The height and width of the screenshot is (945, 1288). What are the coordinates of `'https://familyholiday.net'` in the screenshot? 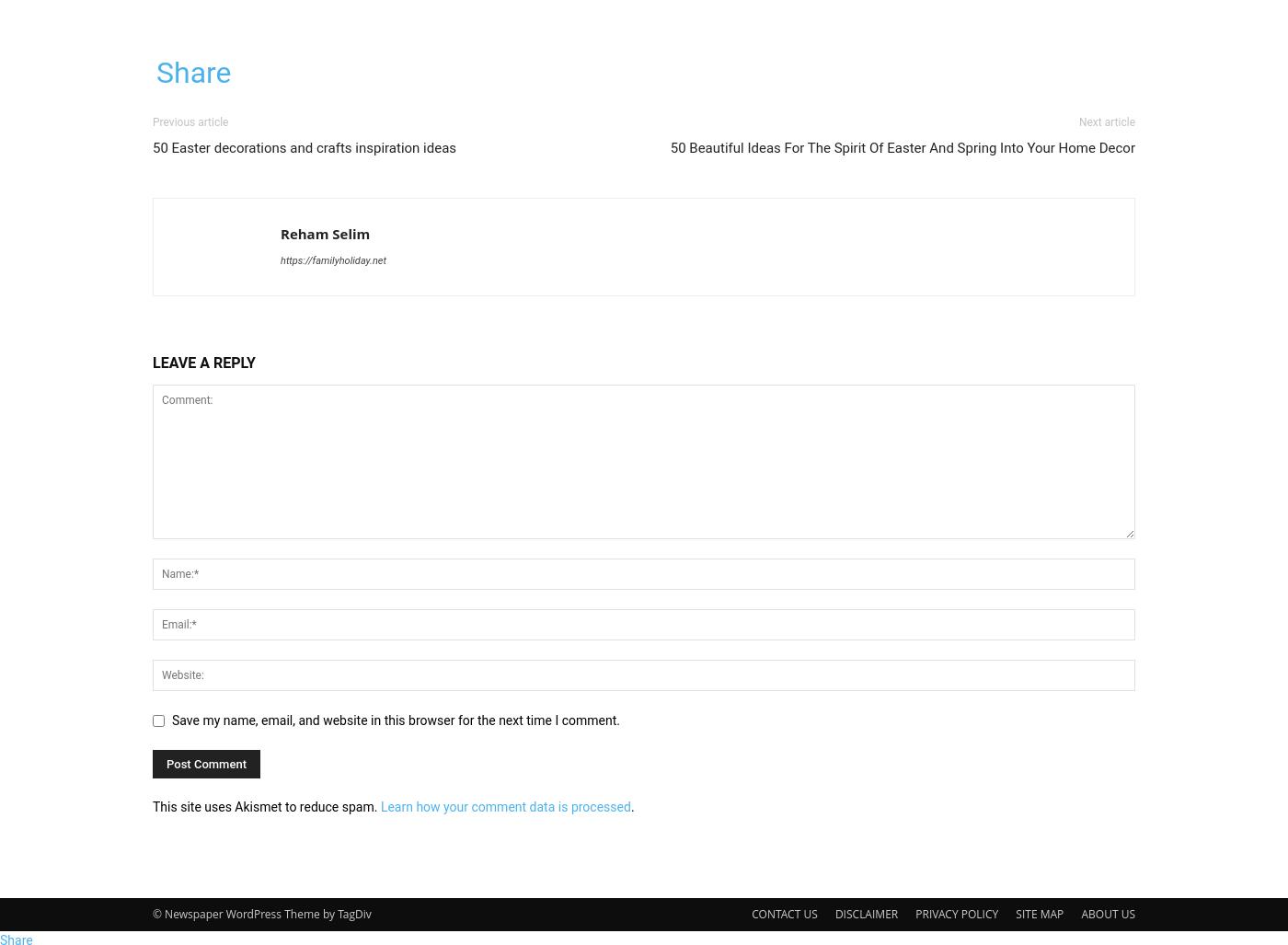 It's located at (333, 260).